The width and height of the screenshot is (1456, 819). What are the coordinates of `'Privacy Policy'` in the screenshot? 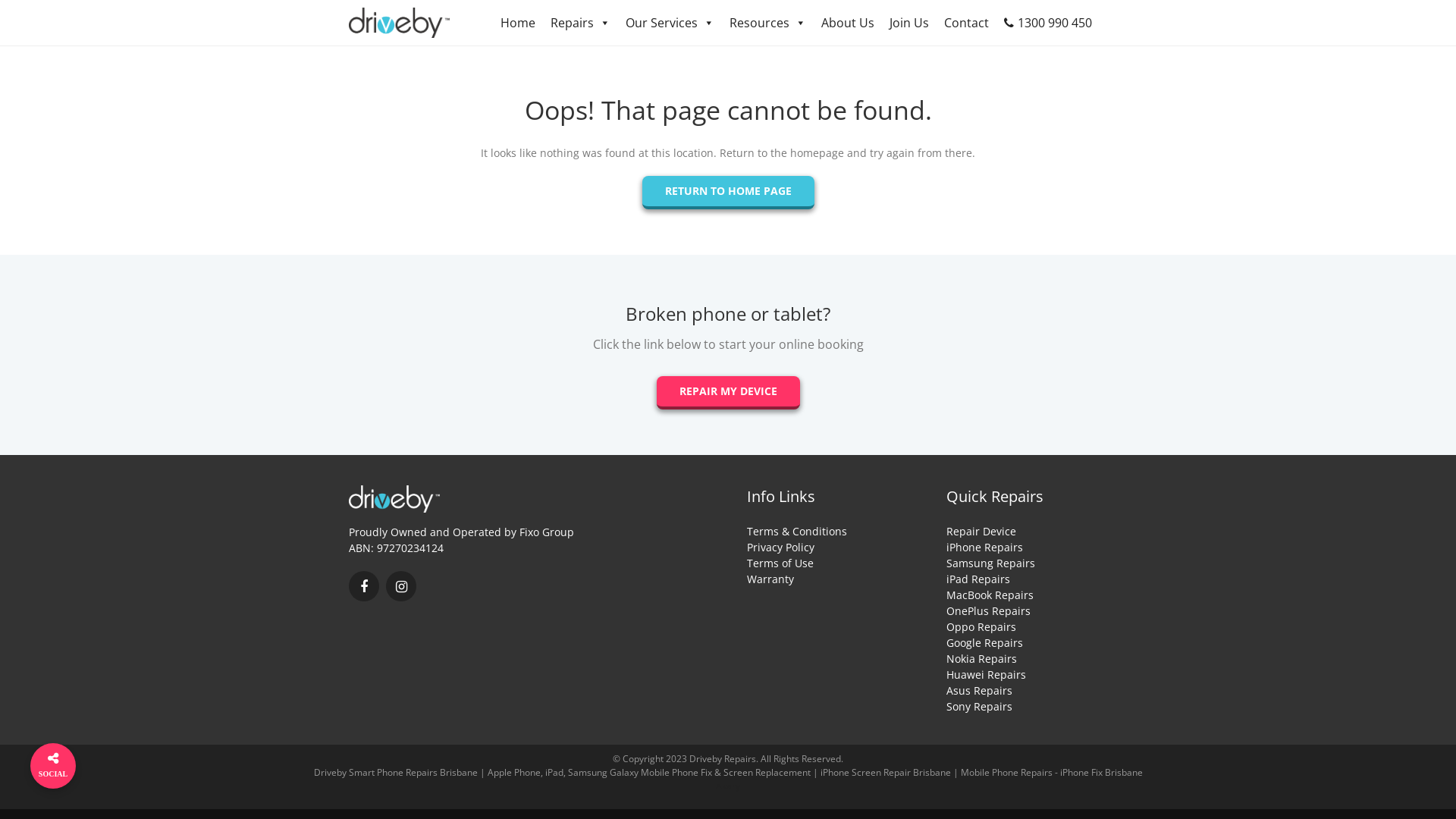 It's located at (780, 547).